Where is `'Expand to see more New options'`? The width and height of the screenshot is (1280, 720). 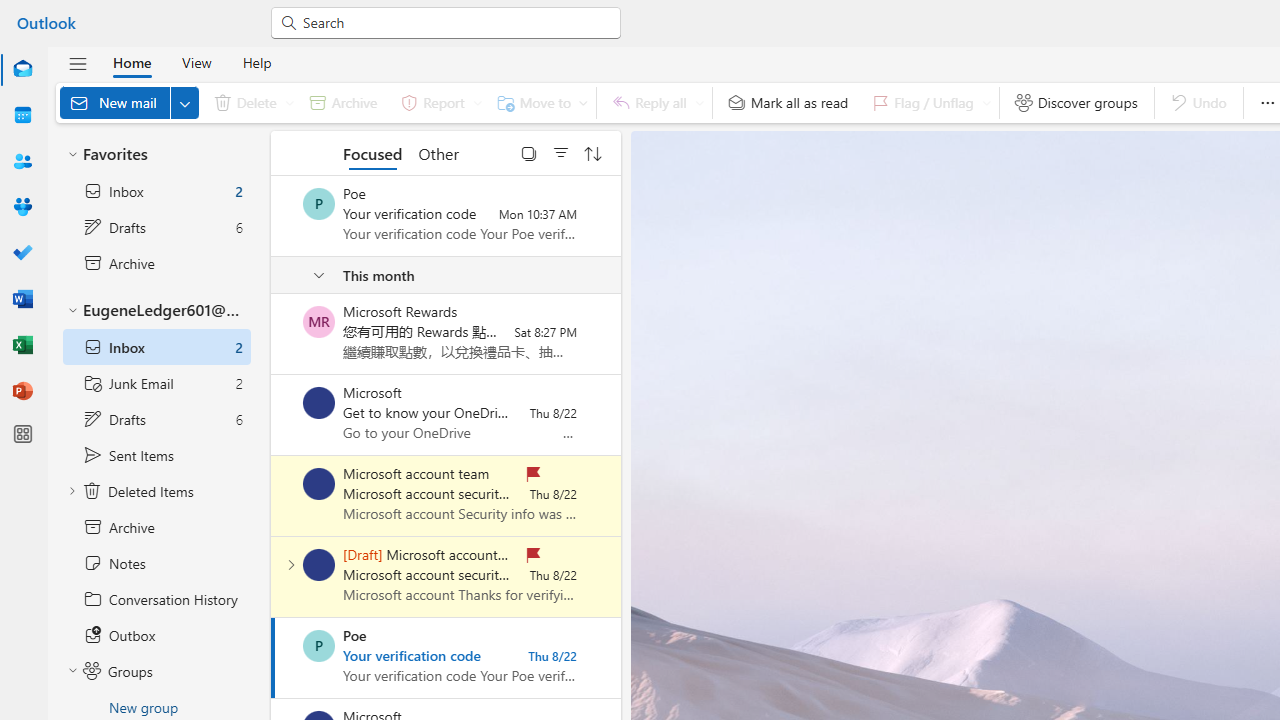
'Expand to see more New options' is located at coordinates (184, 102).